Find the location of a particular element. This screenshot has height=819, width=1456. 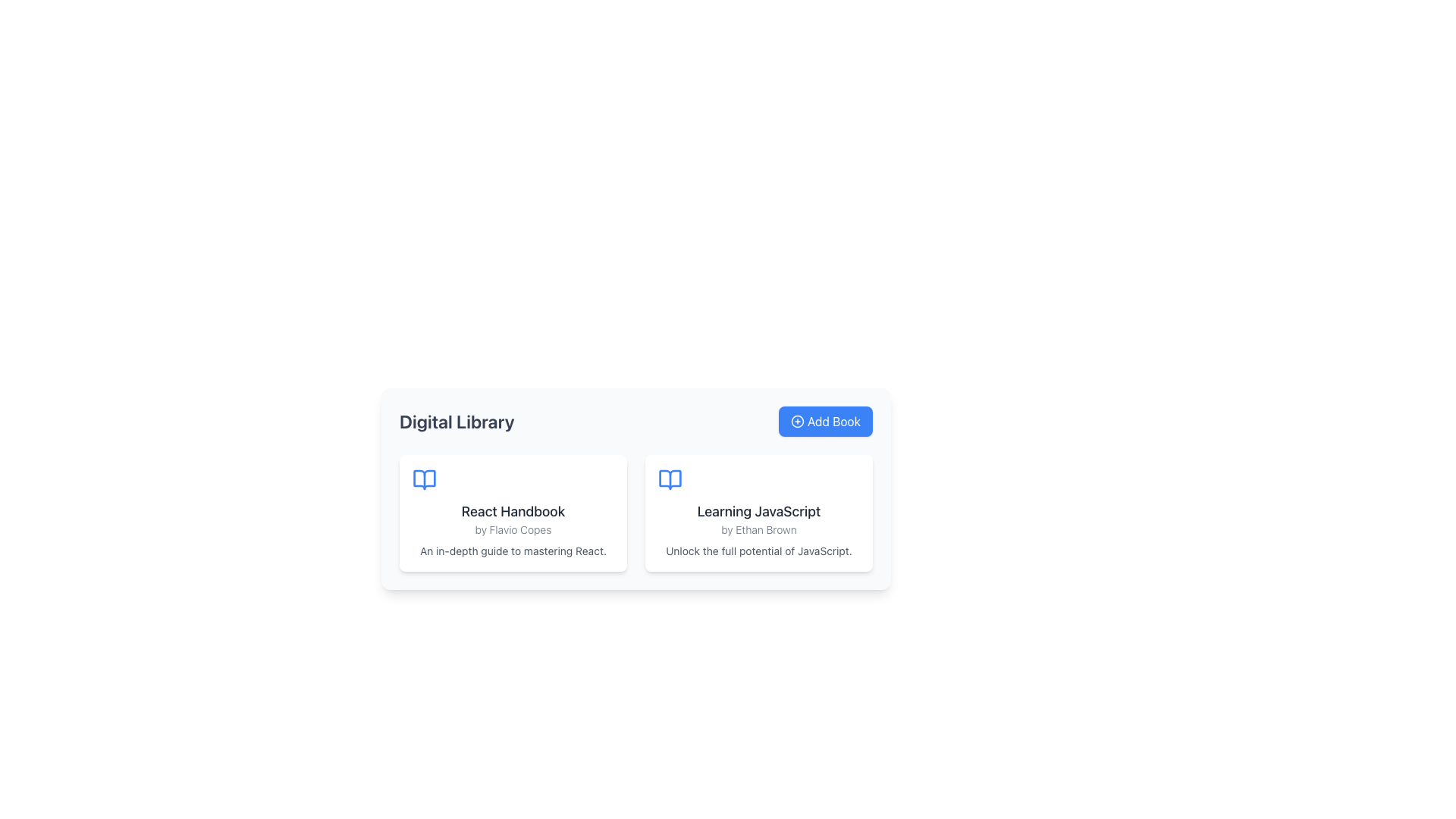

the circular SVG icon with a plus symbol located within the 'Add Book' button, which is positioned in the top-right corner of the displayed section above a list of books is located at coordinates (796, 421).